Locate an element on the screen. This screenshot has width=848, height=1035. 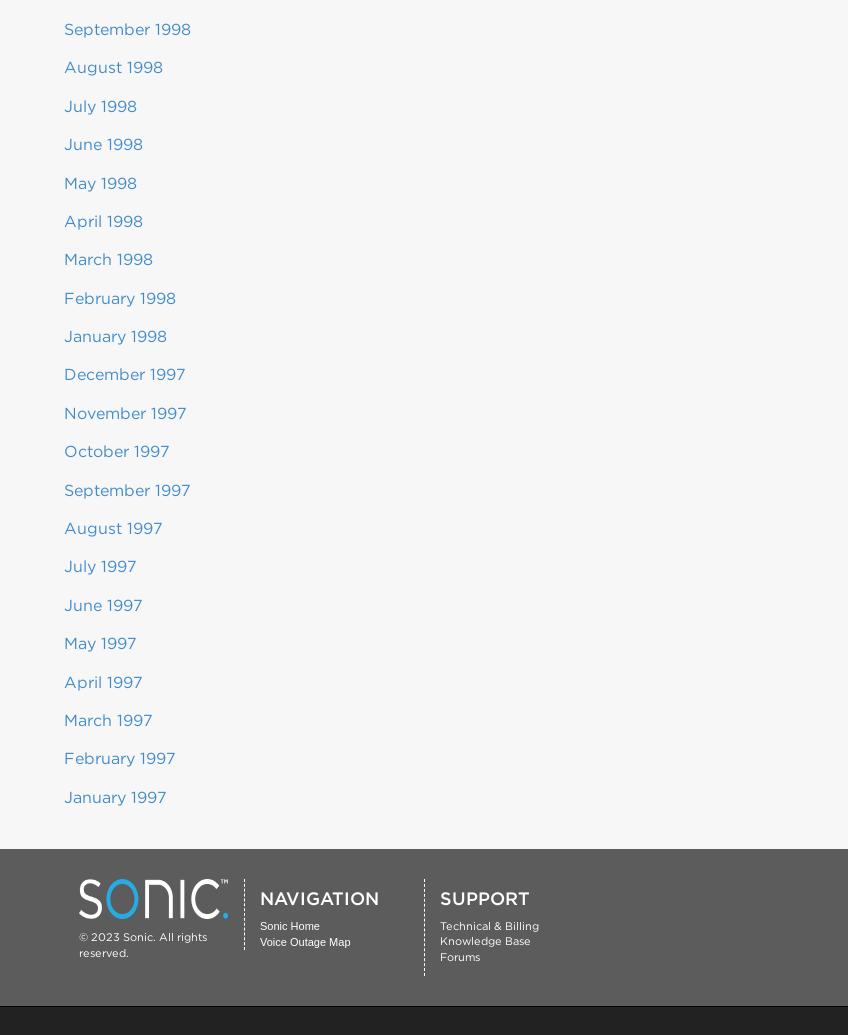
'February 1997' is located at coordinates (118, 757).